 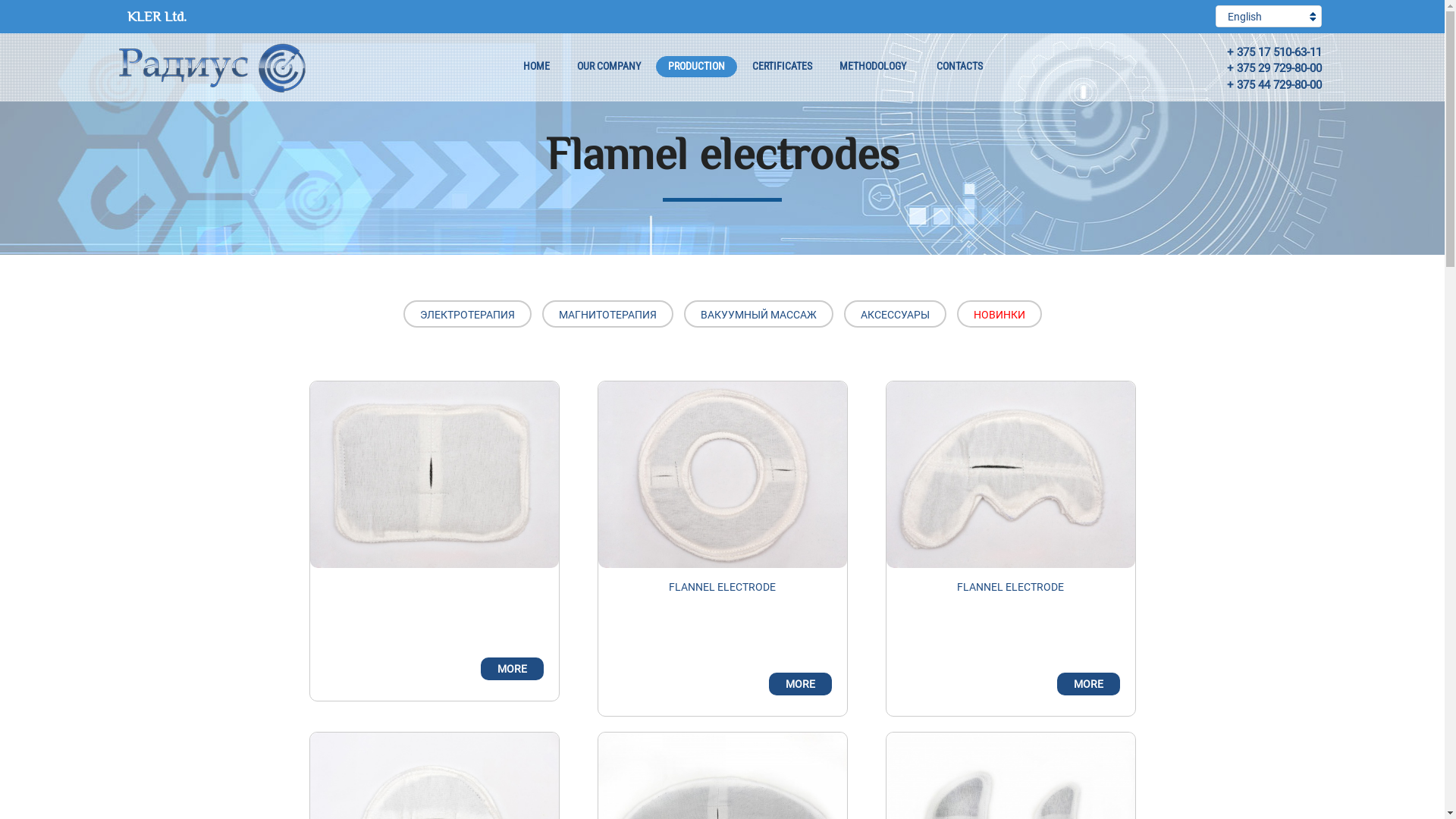 What do you see at coordinates (872, 66) in the screenshot?
I see `'METHODOLOGY'` at bounding box center [872, 66].